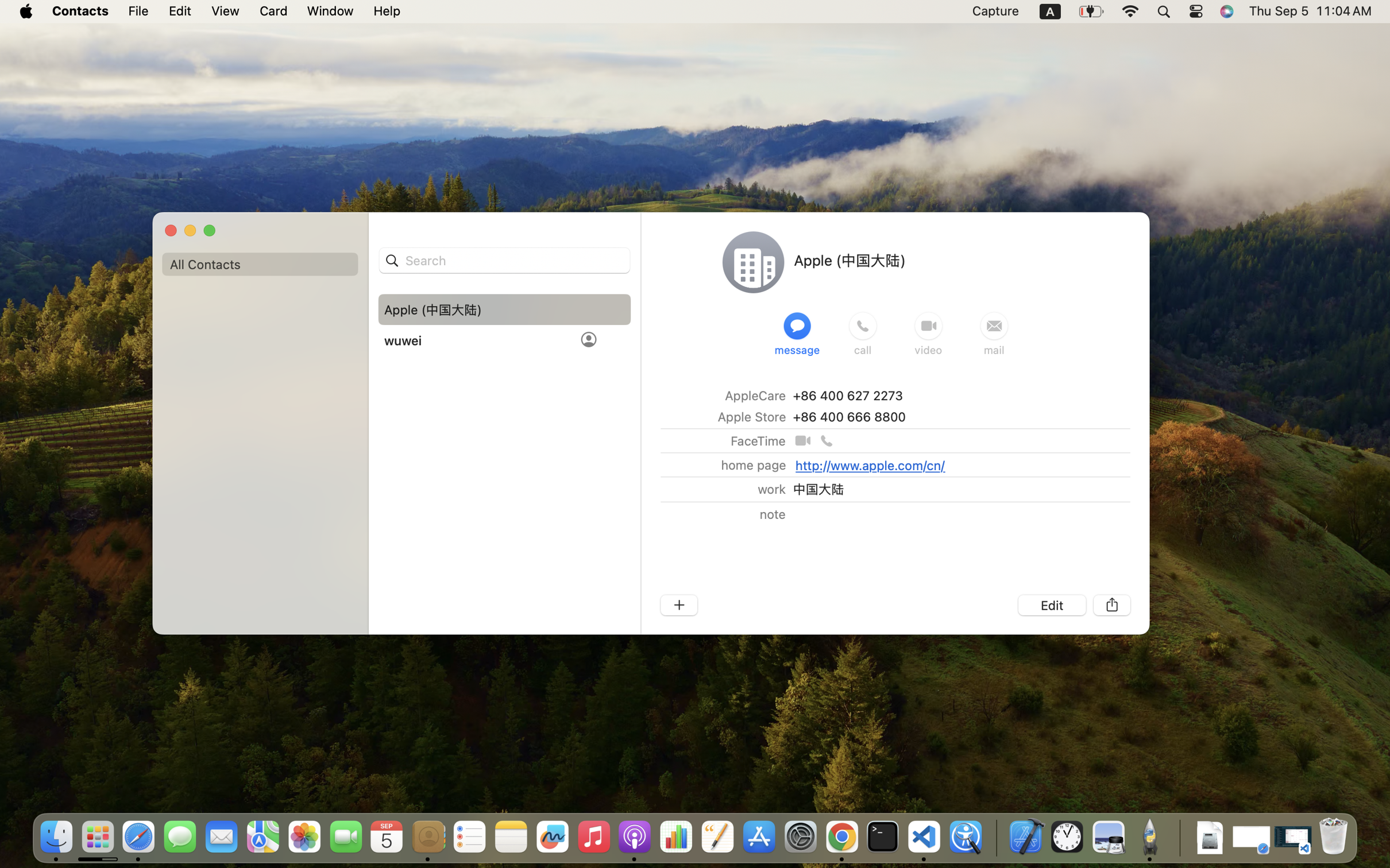 This screenshot has height=868, width=1390. Describe the element at coordinates (847, 394) in the screenshot. I see `'‭+86 400 627 2273‬'` at that location.